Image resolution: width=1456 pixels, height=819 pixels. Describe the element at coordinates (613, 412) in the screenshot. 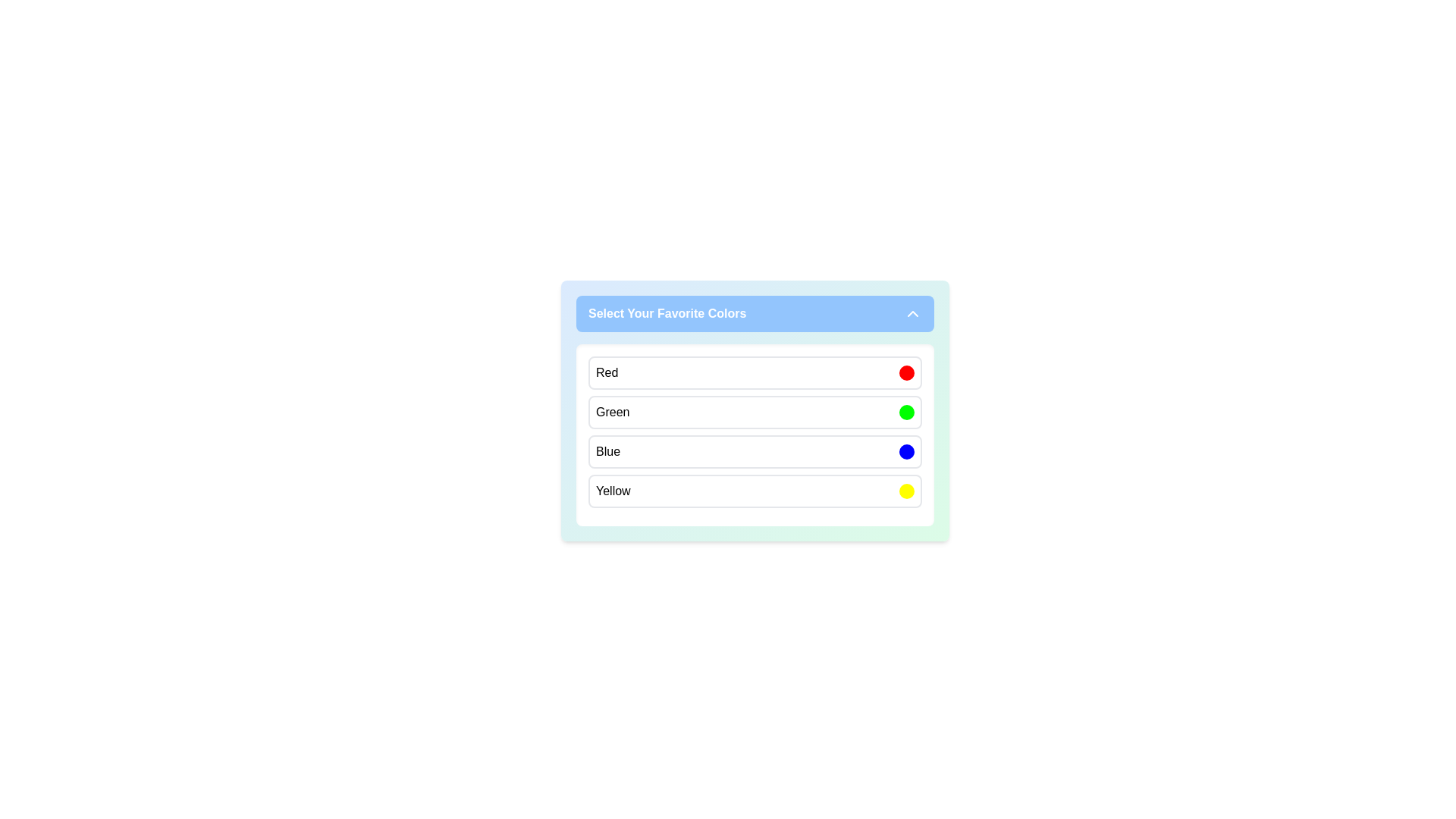

I see `the label element that reads 'Green' in bold black font, located in the color selection interface panel labeled 'Select Your Favorite Colors'` at that location.